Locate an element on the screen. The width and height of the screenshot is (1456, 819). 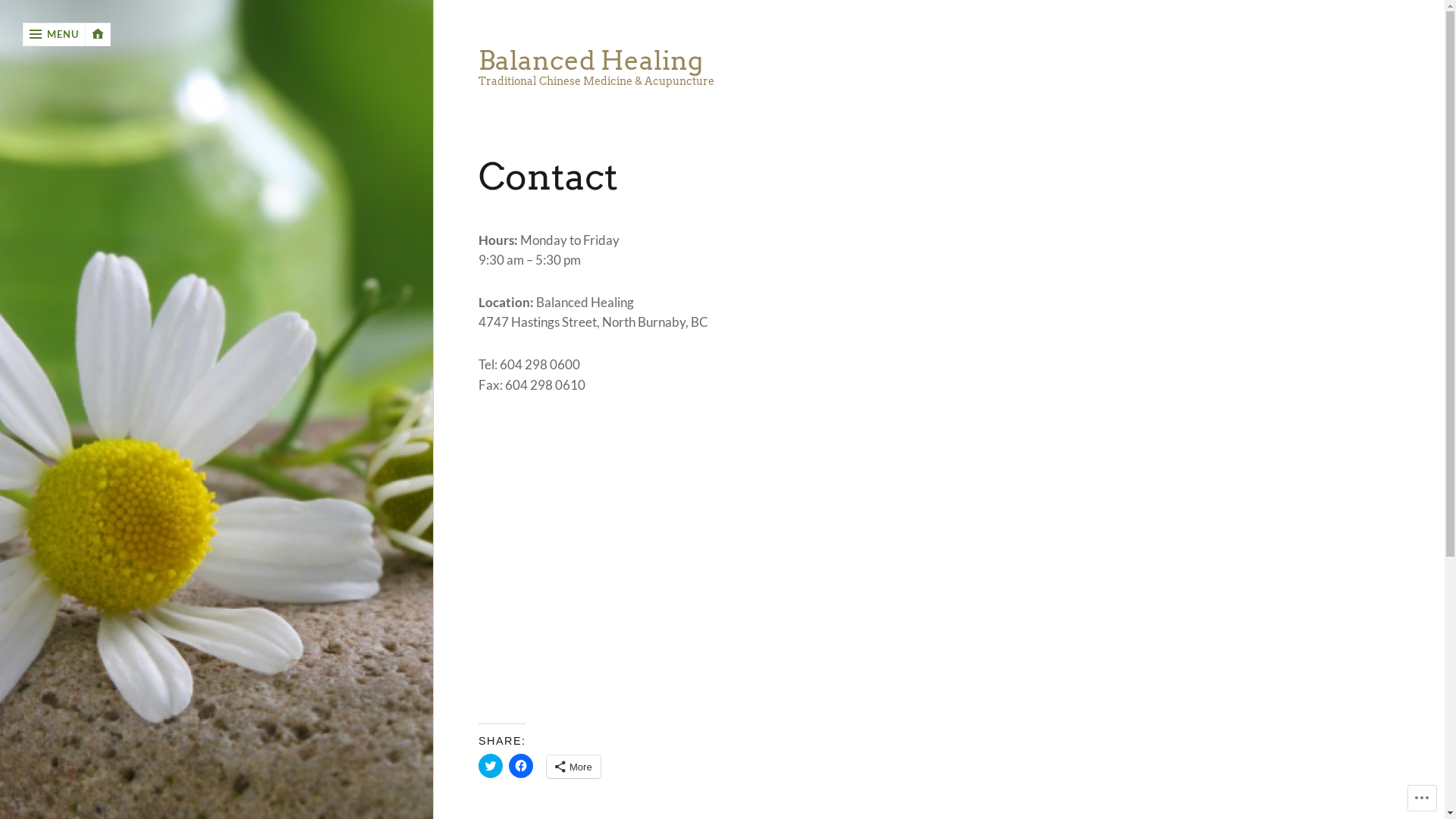
'Click to share on Facebook (Opens in new window)' is located at coordinates (520, 766).